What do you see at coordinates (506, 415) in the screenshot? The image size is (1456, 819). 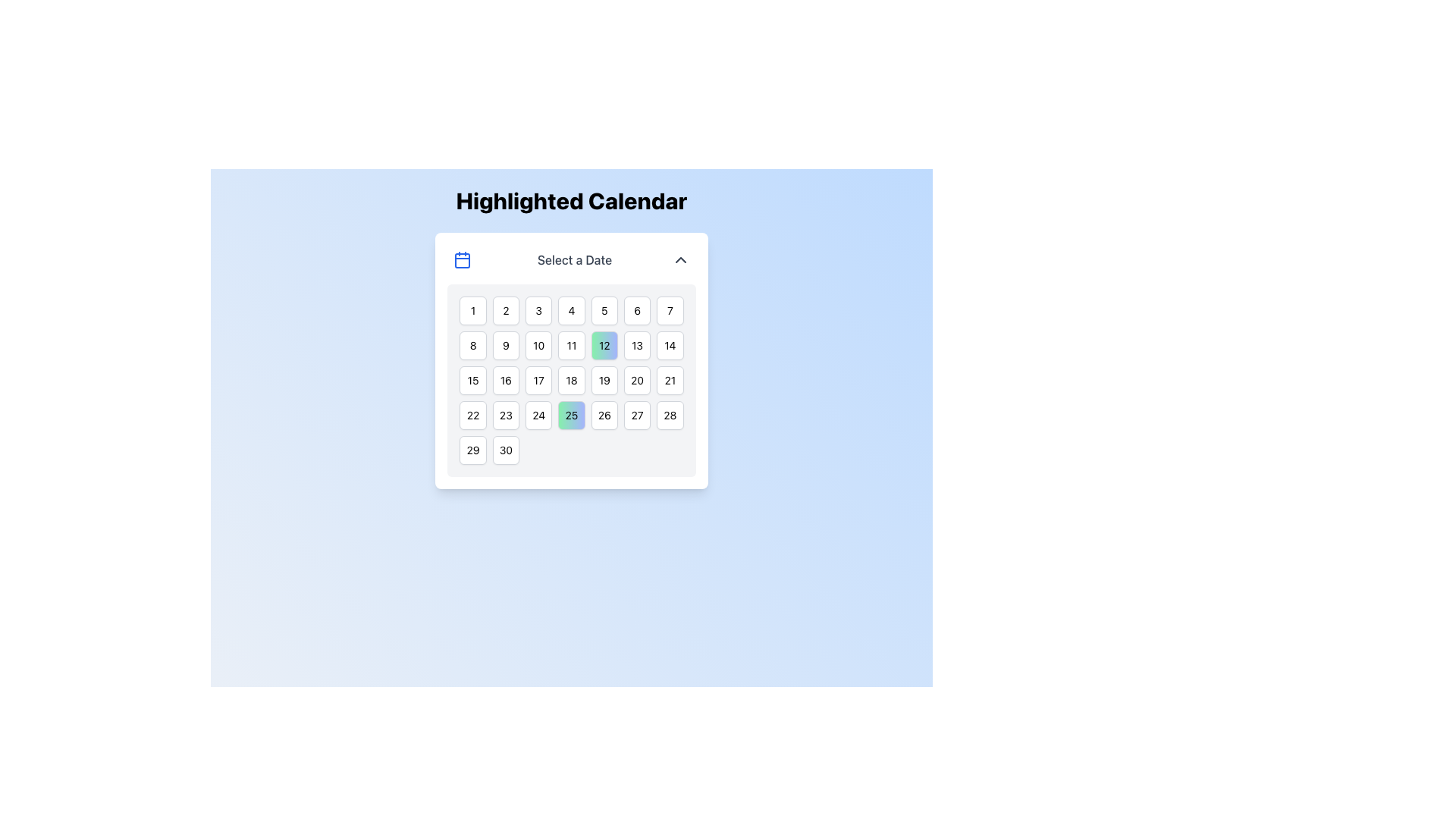 I see `the rectangular white button labeled '23' with rounded corners` at bounding box center [506, 415].